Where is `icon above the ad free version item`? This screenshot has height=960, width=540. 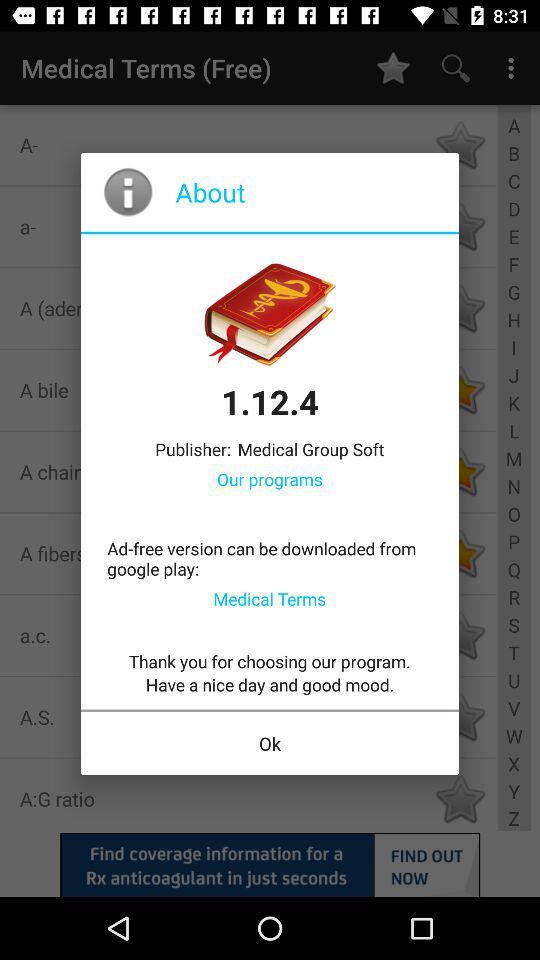 icon above the ad free version item is located at coordinates (270, 479).